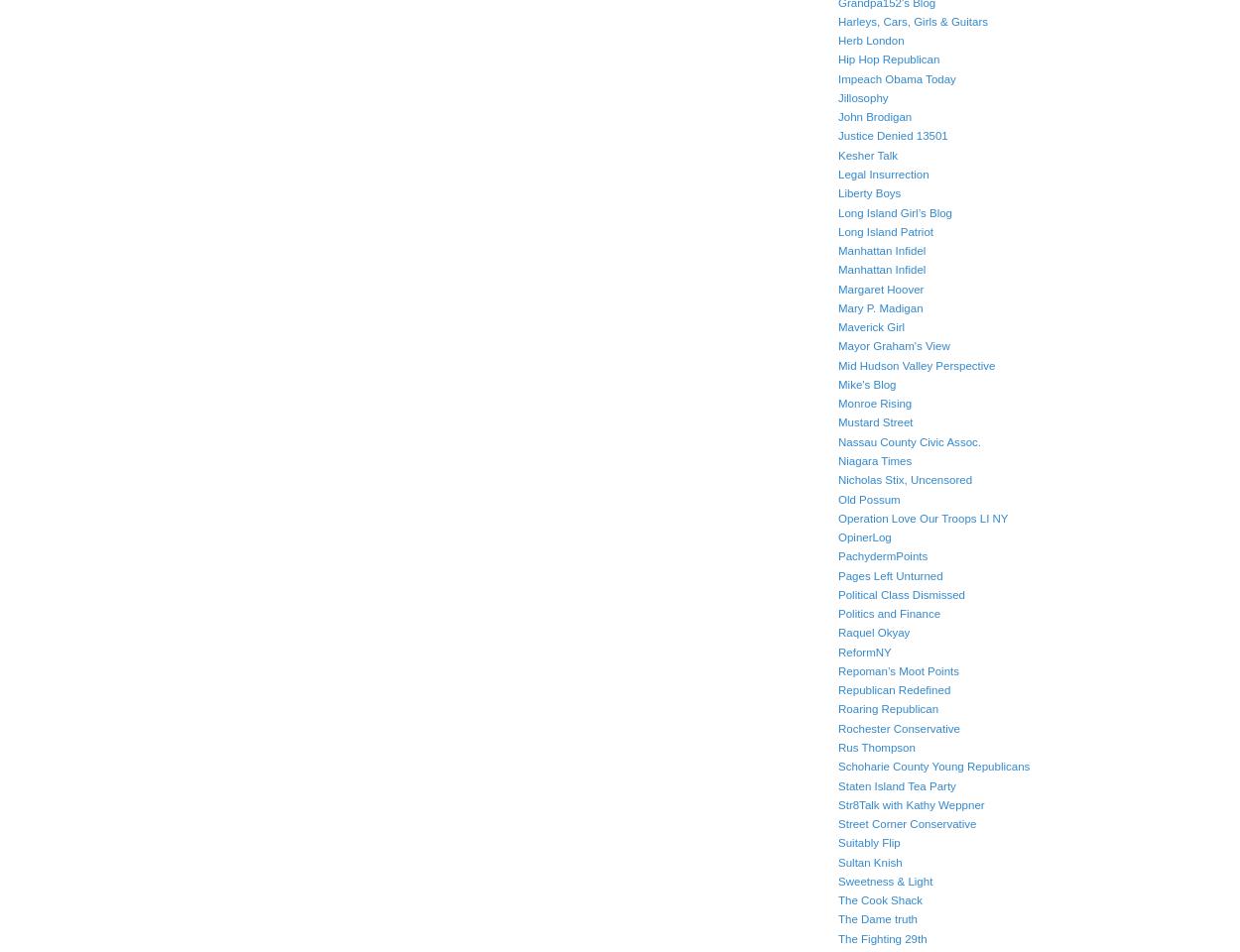  Describe the element at coordinates (863, 651) in the screenshot. I see `'ReformNY'` at that location.